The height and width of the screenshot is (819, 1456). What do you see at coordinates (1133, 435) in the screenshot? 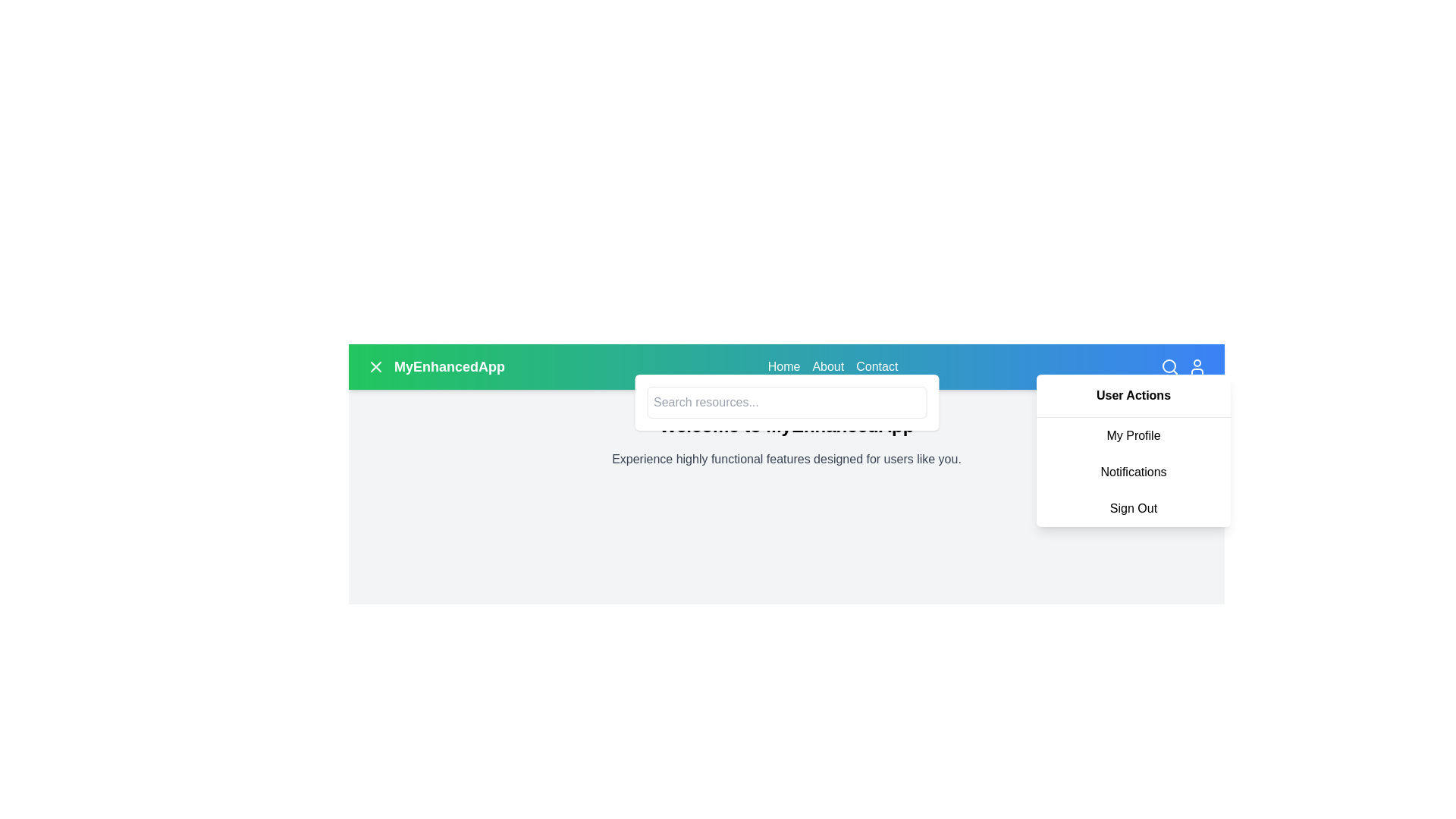
I see `the 'Profile' label in the User Actions dropdown menu to trigger the background color change` at bounding box center [1133, 435].